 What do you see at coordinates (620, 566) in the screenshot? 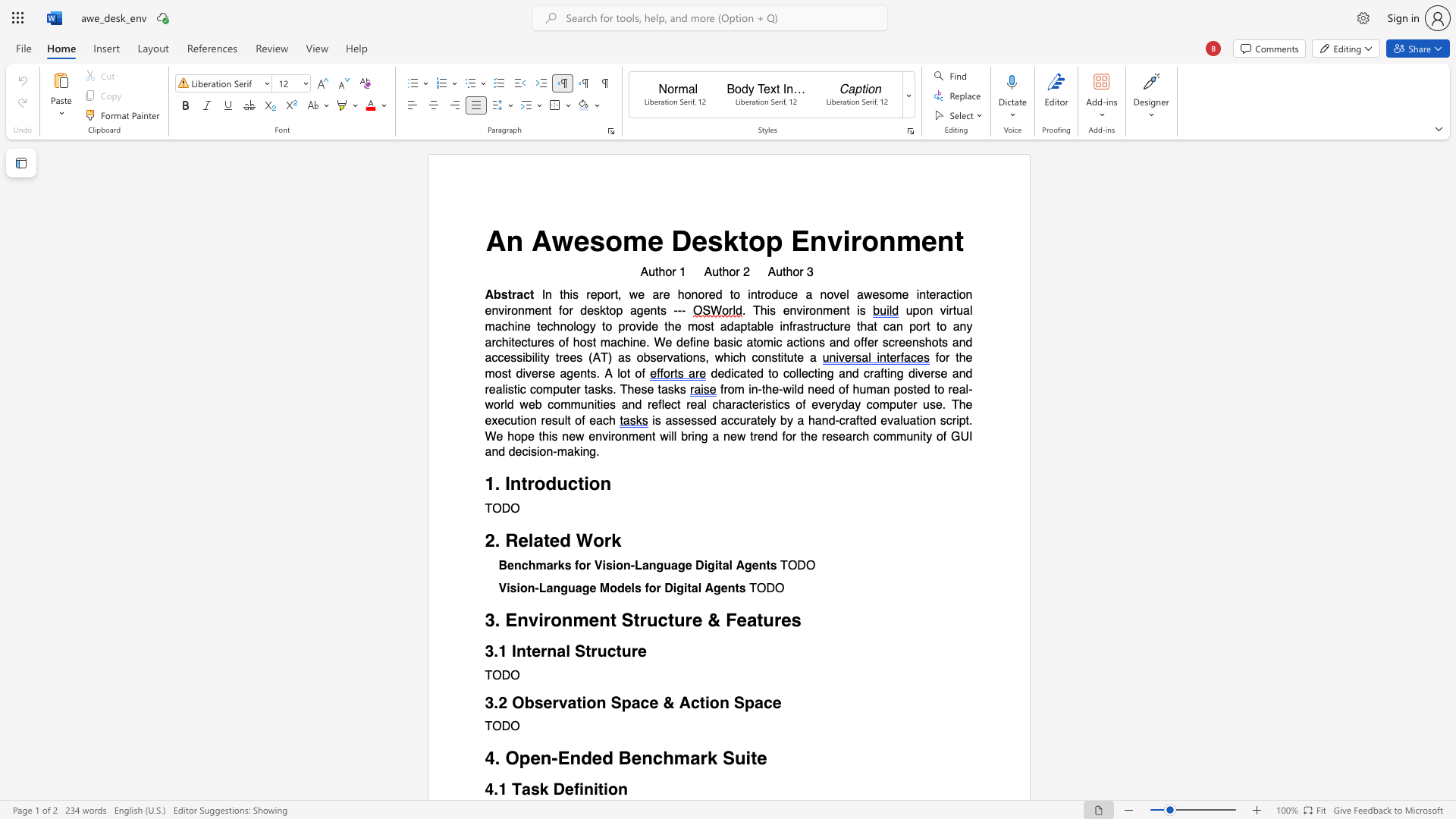
I see `the 2th character "o" in the text` at bounding box center [620, 566].